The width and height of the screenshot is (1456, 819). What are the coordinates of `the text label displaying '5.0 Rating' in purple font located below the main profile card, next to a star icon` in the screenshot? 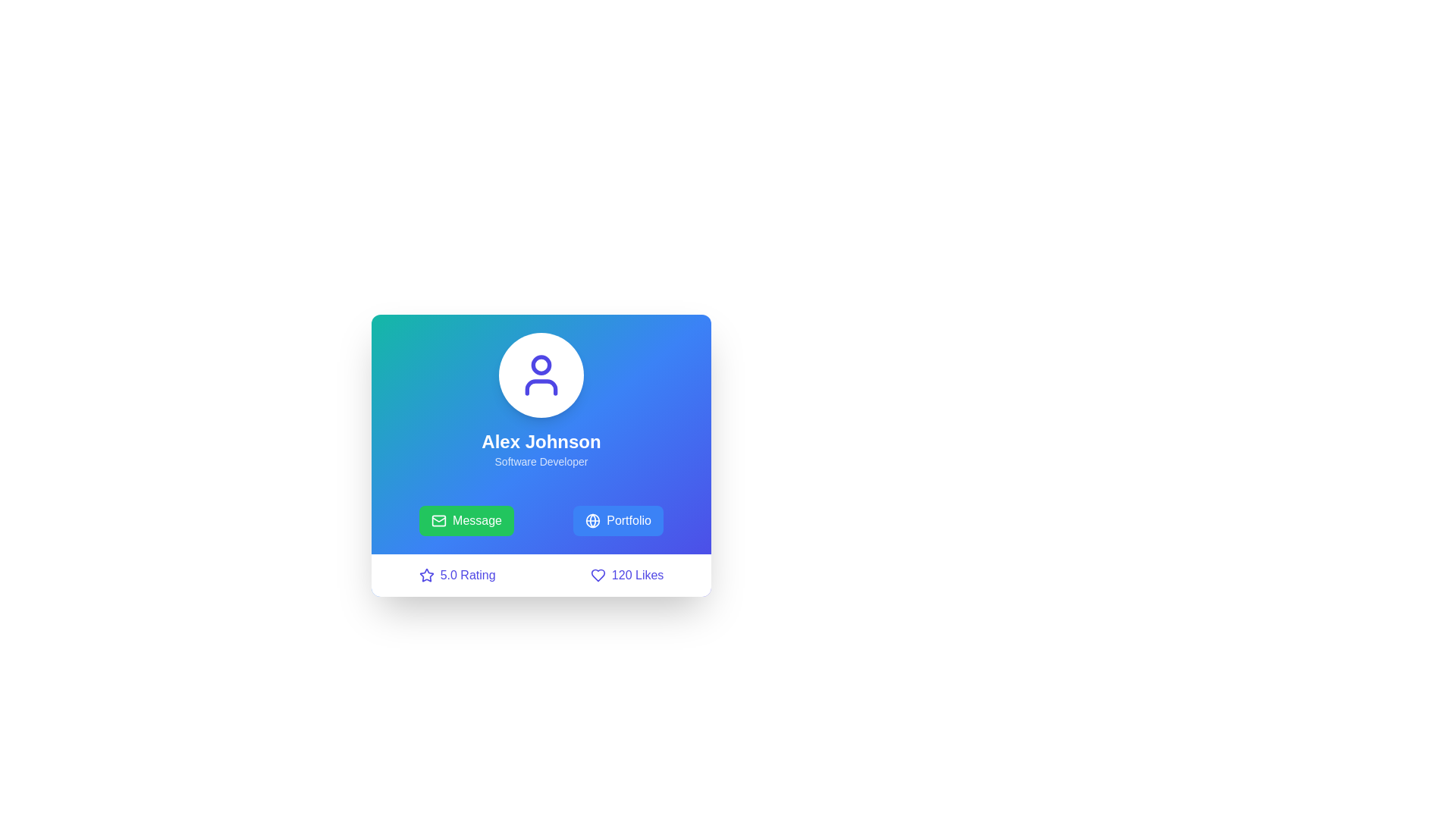 It's located at (467, 576).